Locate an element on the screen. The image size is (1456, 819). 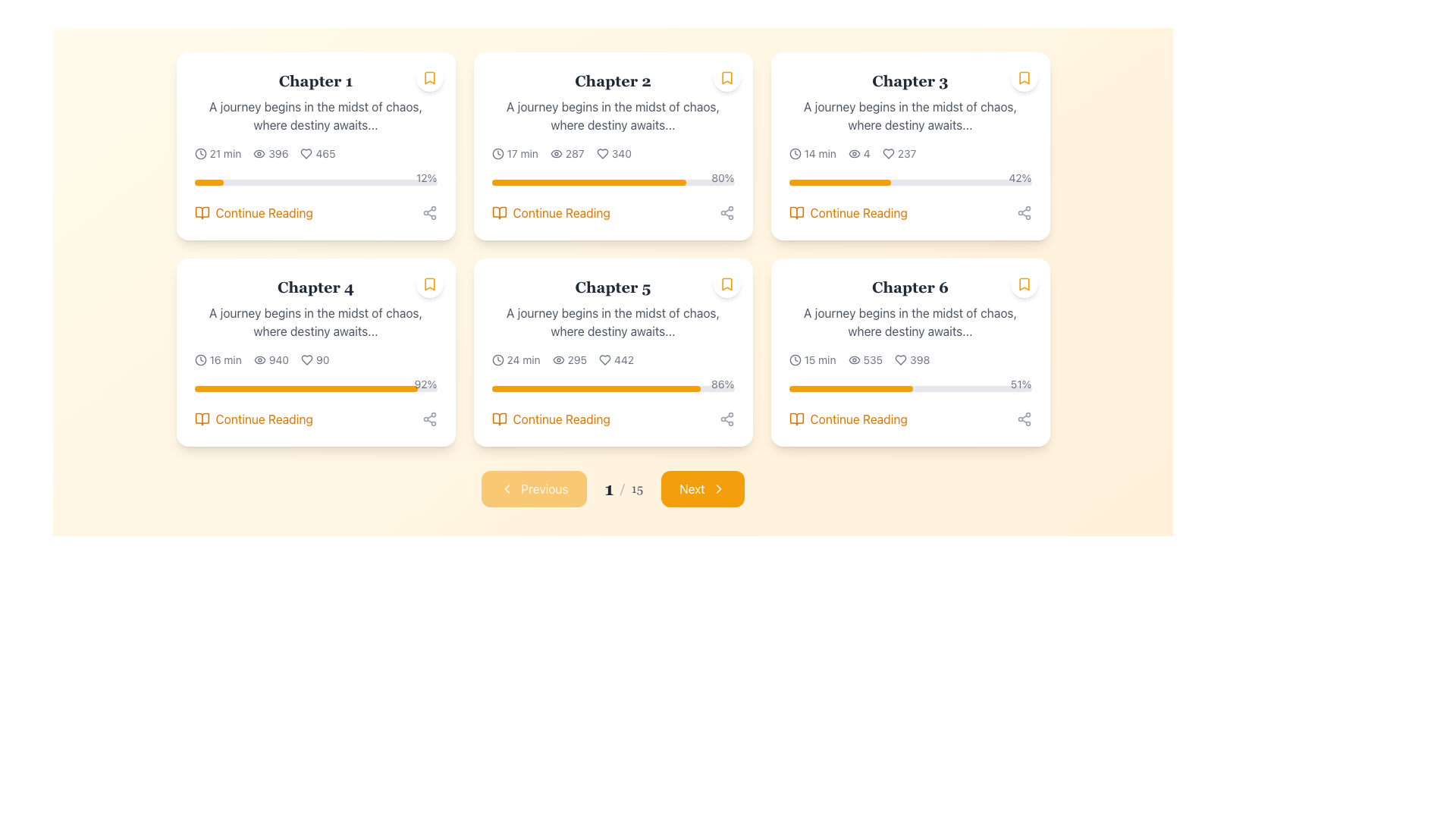
the horizontal progress bar with a gray background and an orange-filled section located in the third chapter card of a 2x3 grid layout, positioned centrally near the bottom of the card is located at coordinates (910, 181).